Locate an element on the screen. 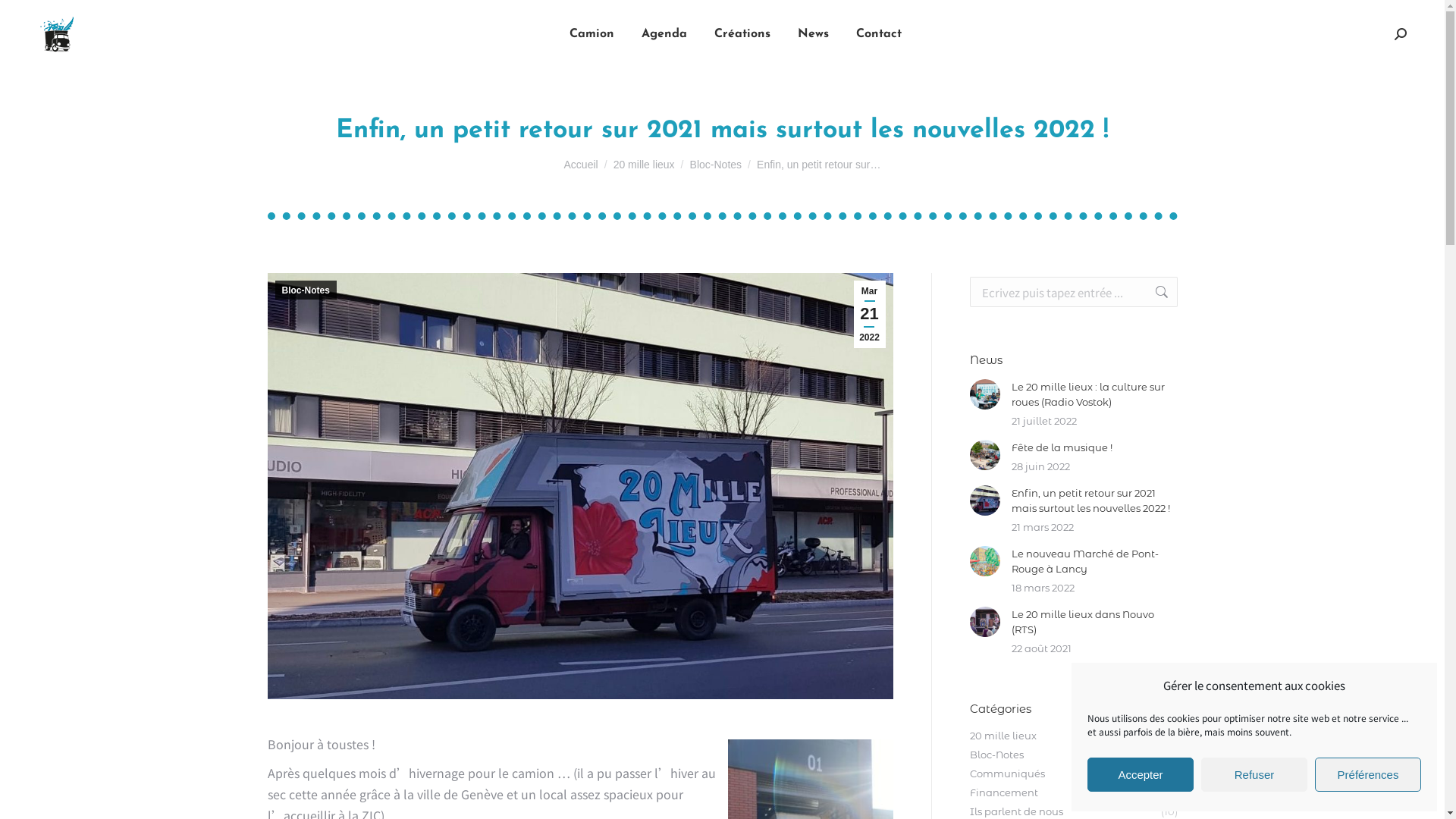 The width and height of the screenshot is (1456, 819). 'Refuser' is located at coordinates (1254, 774).